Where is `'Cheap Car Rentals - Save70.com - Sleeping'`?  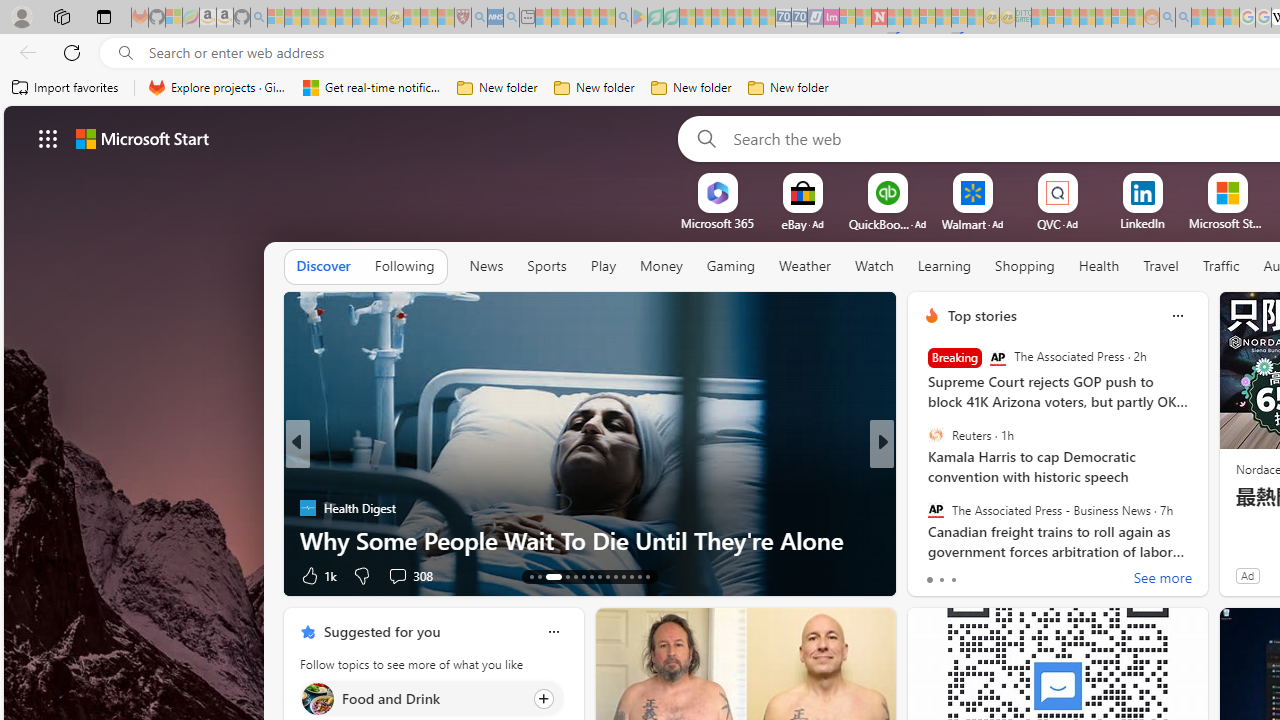
'Cheap Car Rentals - Save70.com - Sleeping' is located at coordinates (782, 17).